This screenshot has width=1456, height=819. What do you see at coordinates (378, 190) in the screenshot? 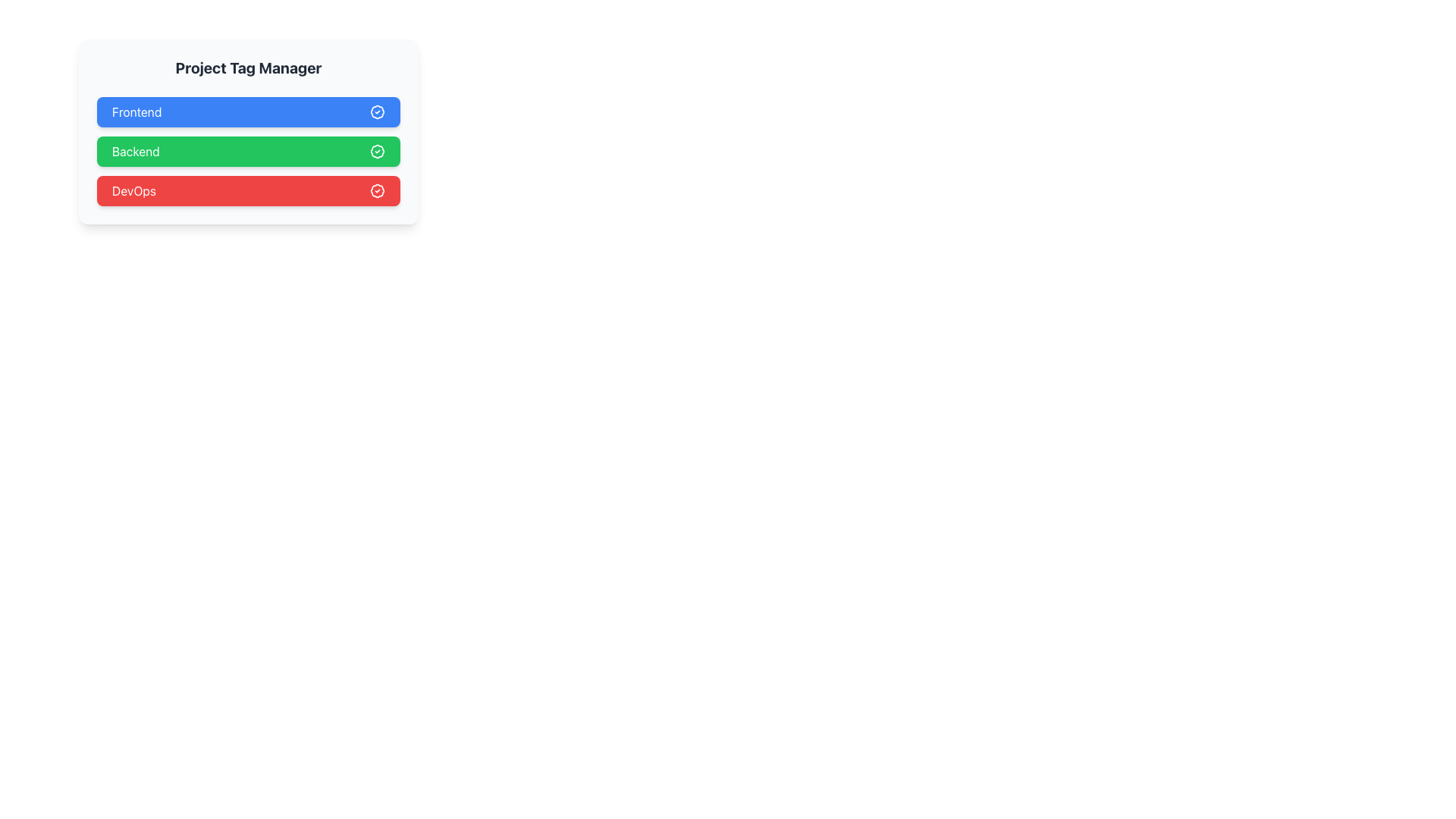
I see `the circular icon with a checkmark badge, which has a red background and is located at the far right of the 'DevOps' row in the project categories list` at bounding box center [378, 190].